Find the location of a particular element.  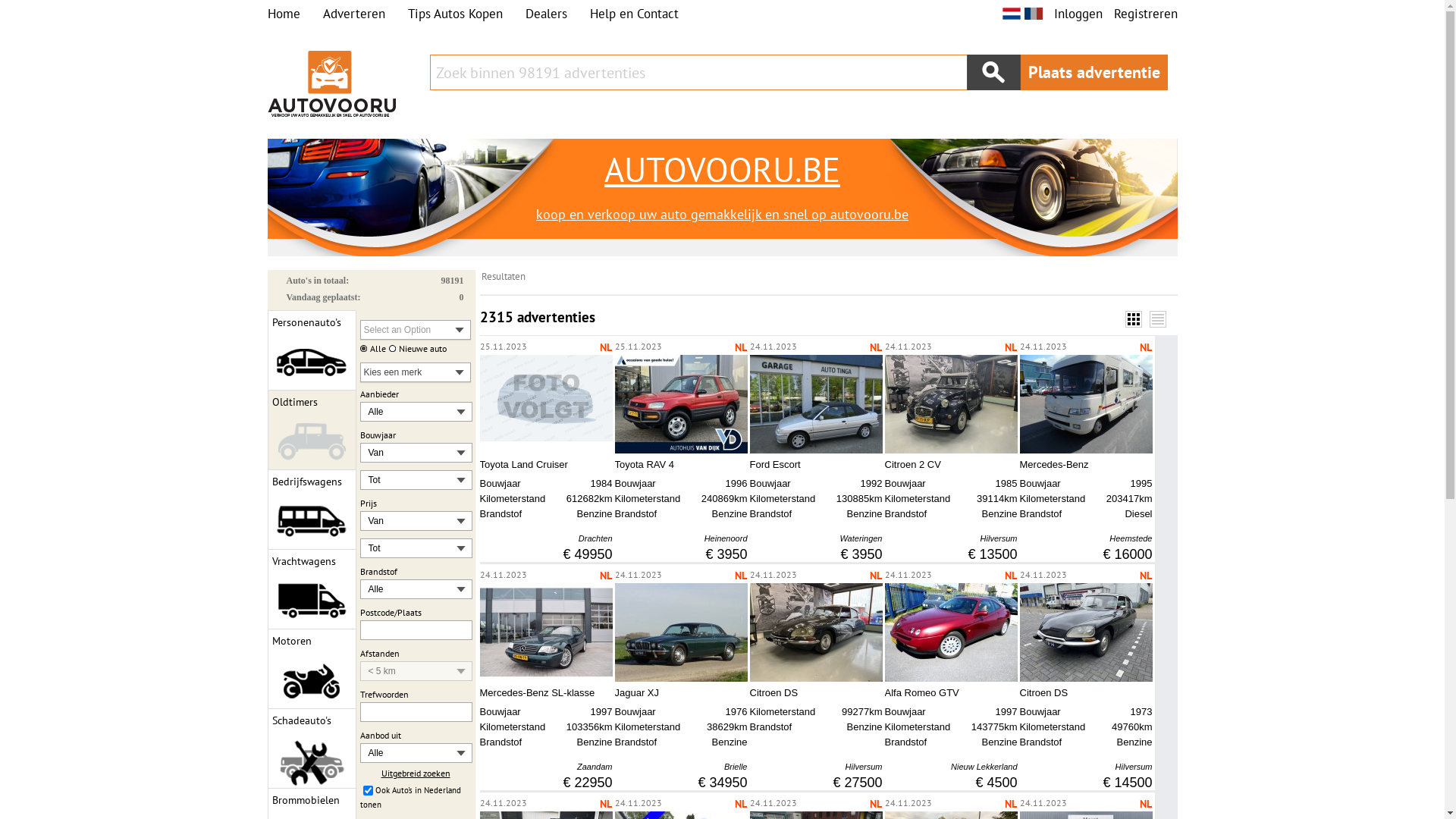

'Frans' is located at coordinates (1032, 14).